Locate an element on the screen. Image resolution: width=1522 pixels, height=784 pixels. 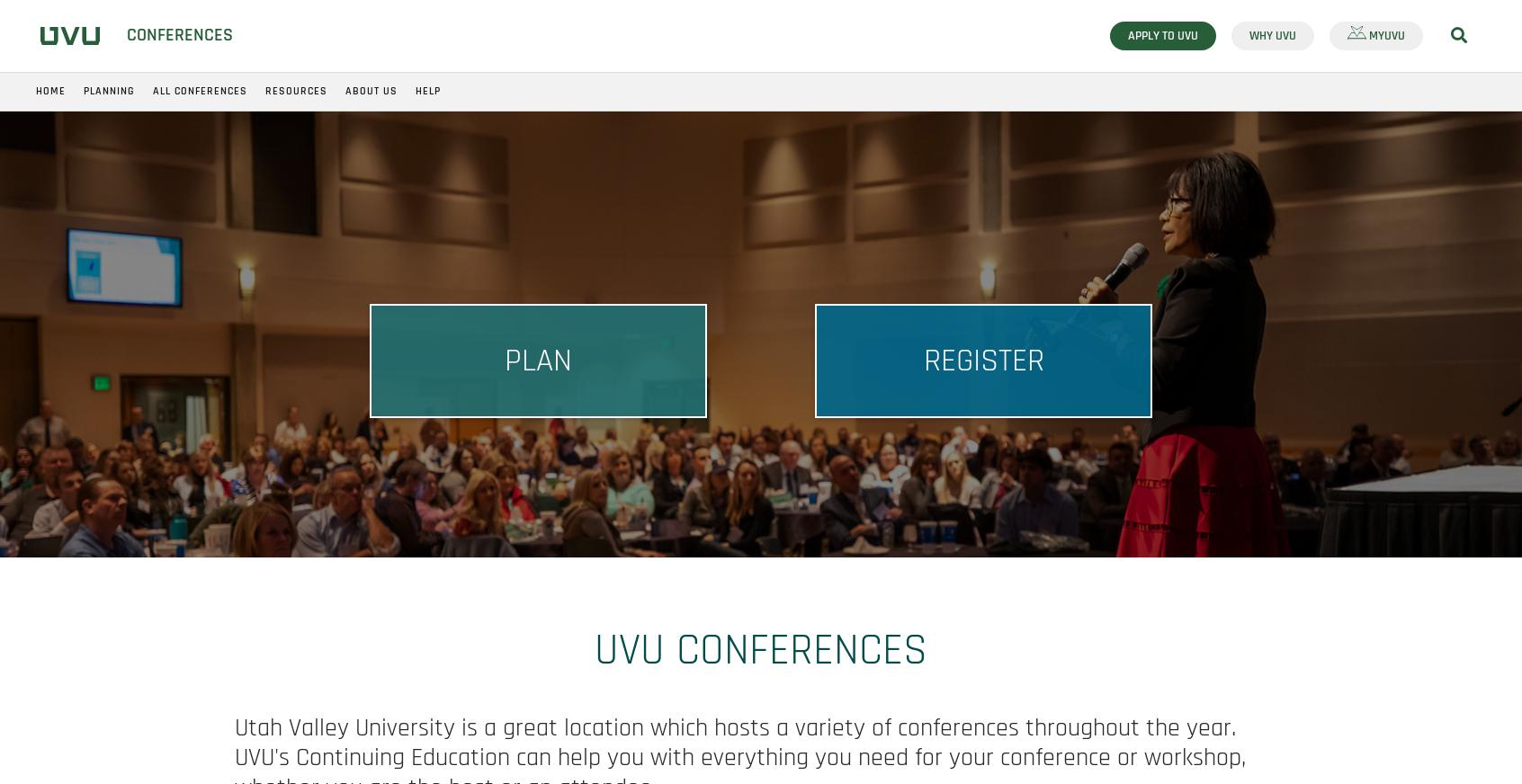
'Conferences' is located at coordinates (126, 33).